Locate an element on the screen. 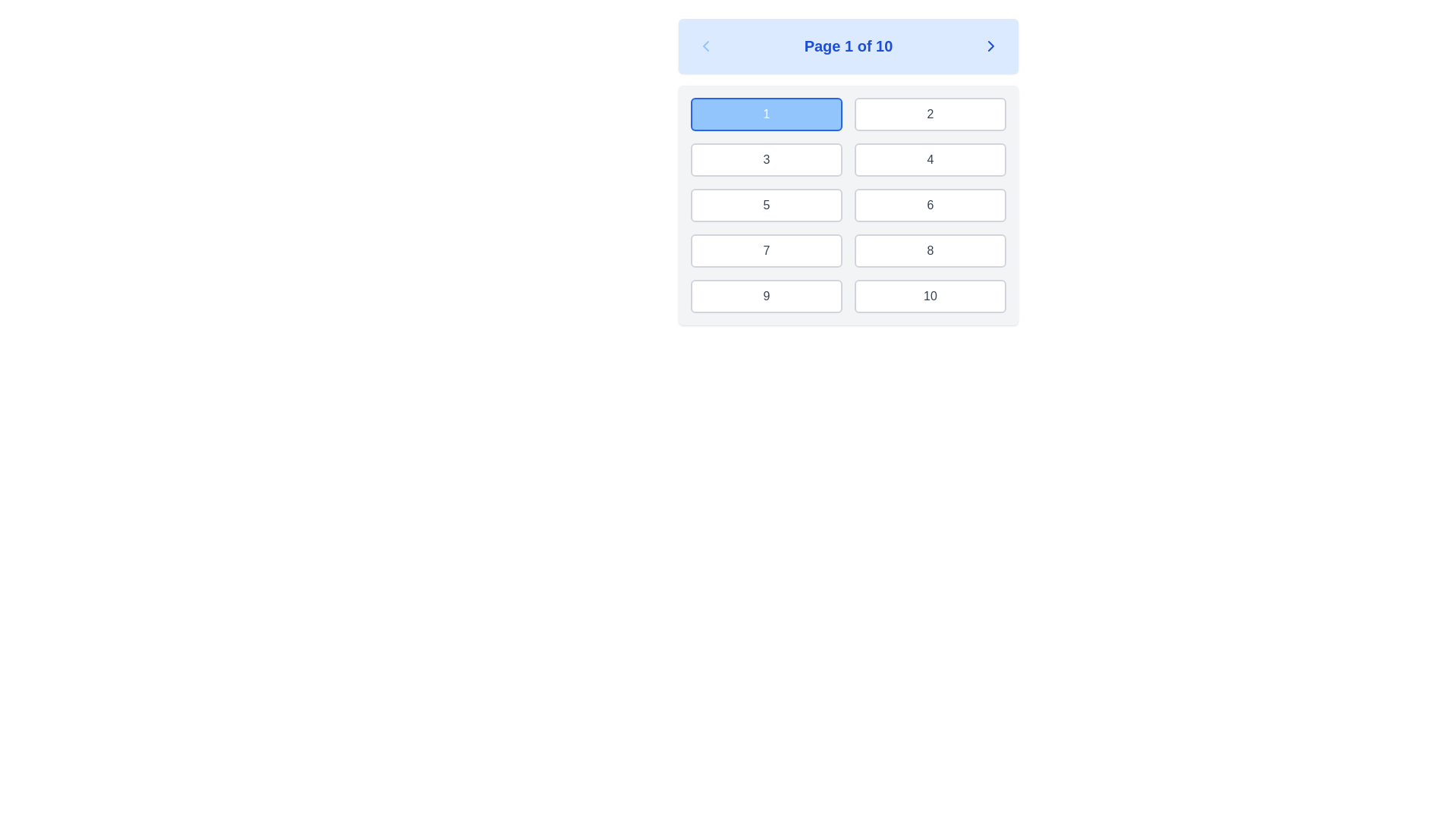 The width and height of the screenshot is (1456, 819). the button representing the number '3' in the second row and first column of the grid is located at coordinates (767, 160).